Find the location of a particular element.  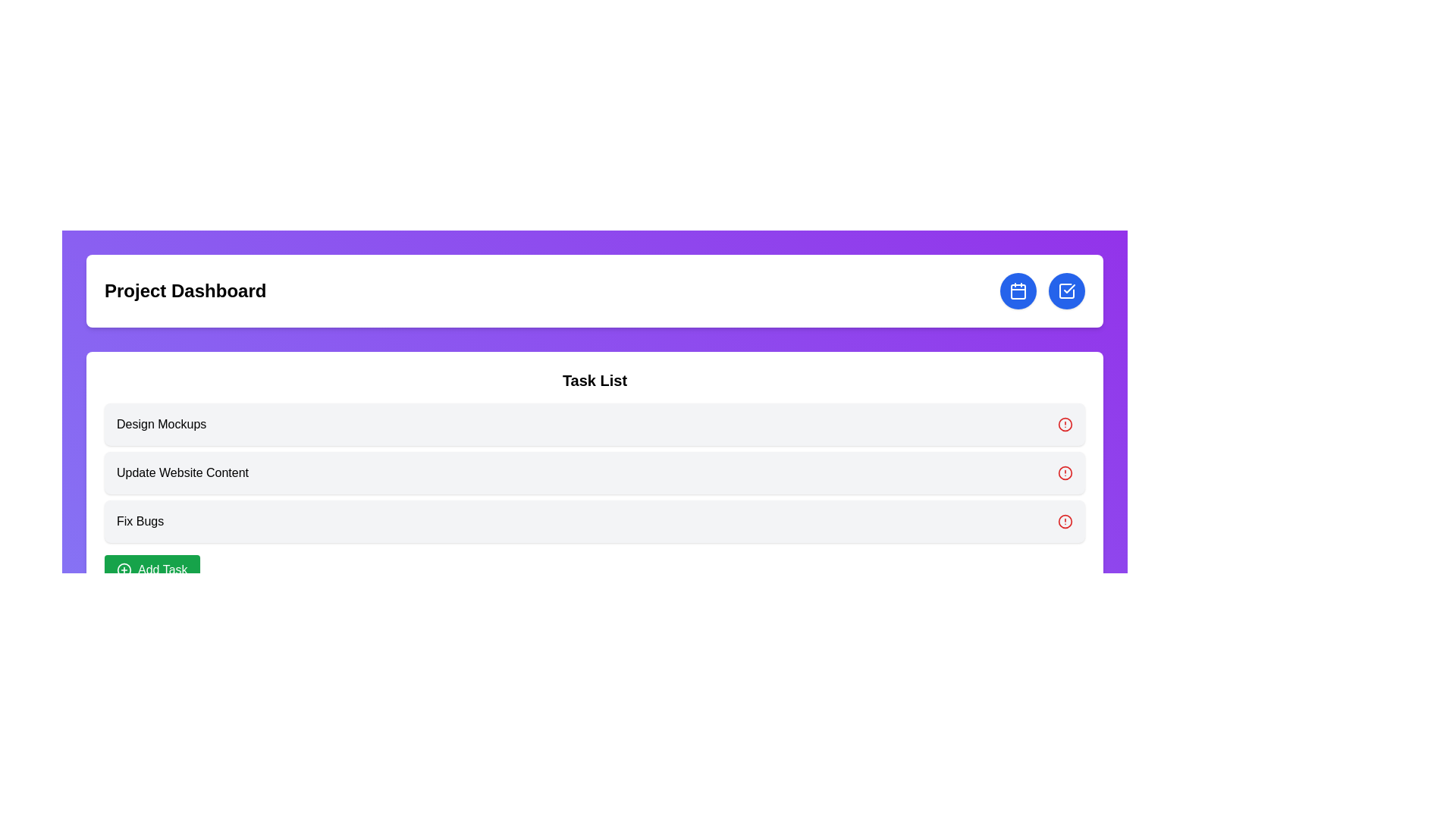

the bold, large-text label displaying 'Task List' that is visually prominent within the white rounded rectangular box is located at coordinates (594, 379).